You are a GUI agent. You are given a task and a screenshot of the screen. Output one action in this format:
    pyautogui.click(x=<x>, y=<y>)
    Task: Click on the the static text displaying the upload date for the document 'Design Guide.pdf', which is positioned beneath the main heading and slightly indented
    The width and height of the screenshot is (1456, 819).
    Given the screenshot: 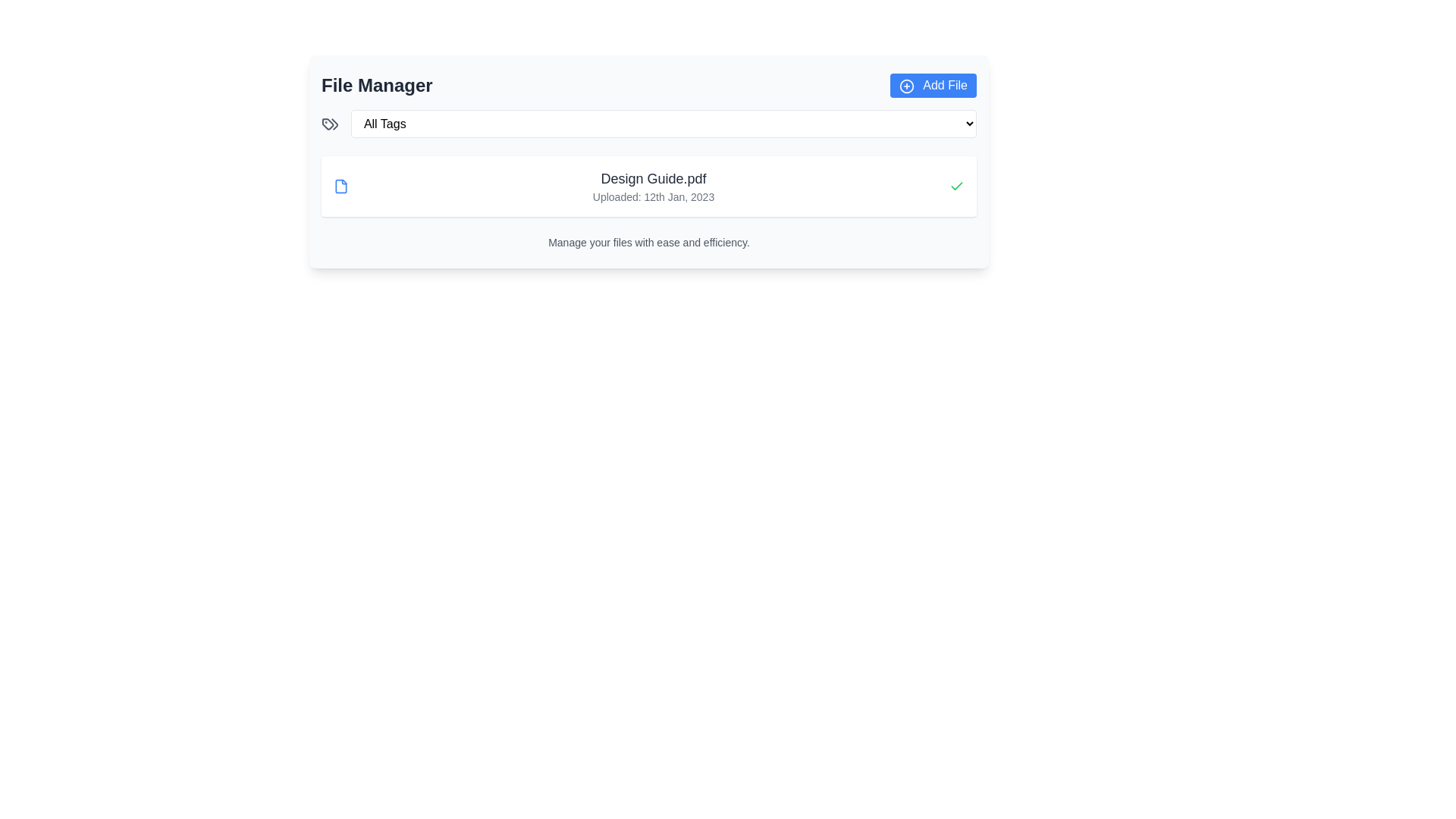 What is the action you would take?
    pyautogui.click(x=654, y=196)
    